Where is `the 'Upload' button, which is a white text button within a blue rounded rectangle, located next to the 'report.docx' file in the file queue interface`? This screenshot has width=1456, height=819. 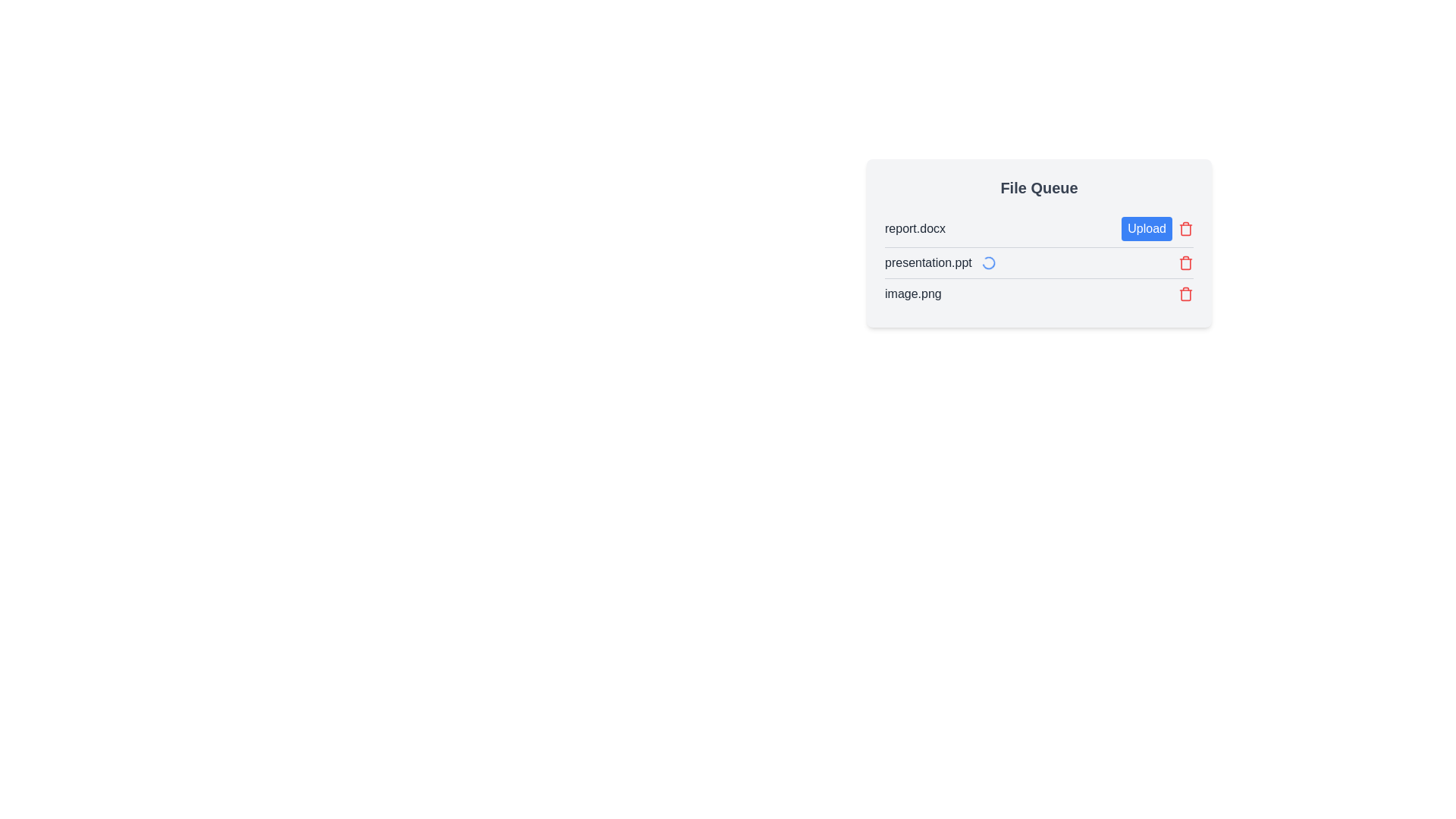 the 'Upload' button, which is a white text button within a blue rounded rectangle, located next to the 'report.docx' file in the file queue interface is located at coordinates (1156, 228).